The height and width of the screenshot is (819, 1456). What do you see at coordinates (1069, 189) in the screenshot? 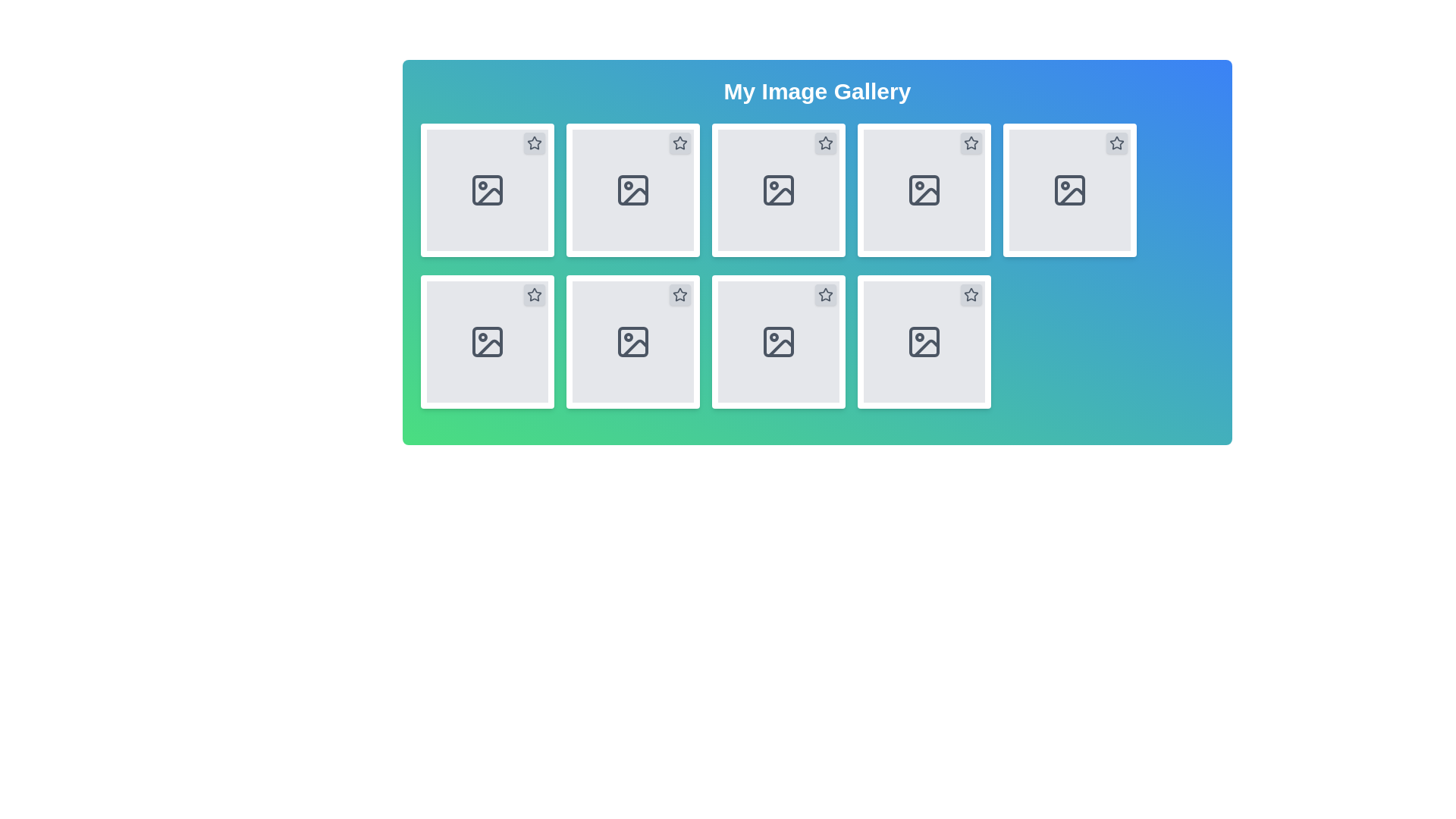
I see `the image icon displaying an image placeholder in the top right corner of 'My Image Gallery'` at bounding box center [1069, 189].